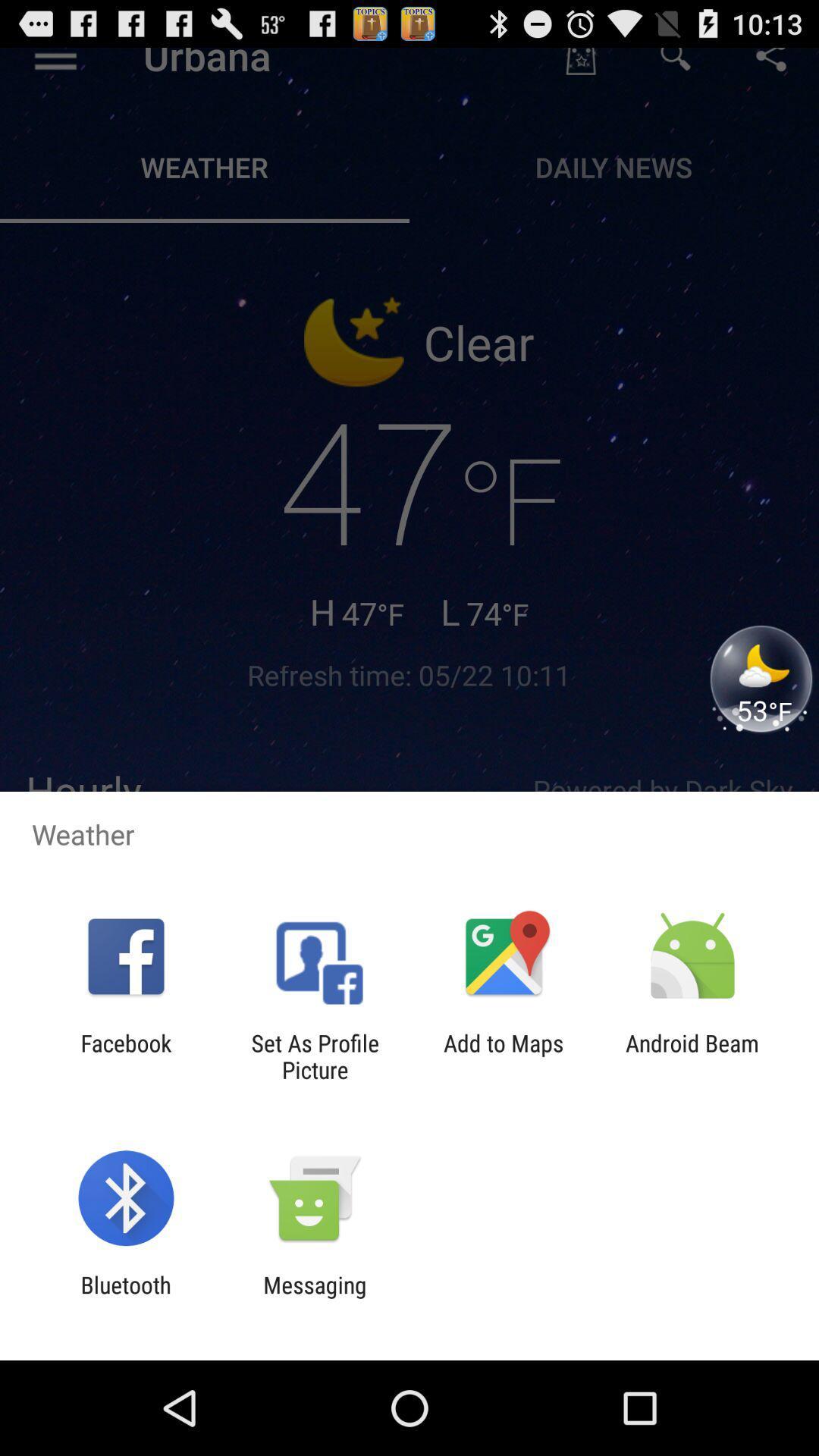  What do you see at coordinates (125, 1298) in the screenshot?
I see `the icon next to messaging app` at bounding box center [125, 1298].